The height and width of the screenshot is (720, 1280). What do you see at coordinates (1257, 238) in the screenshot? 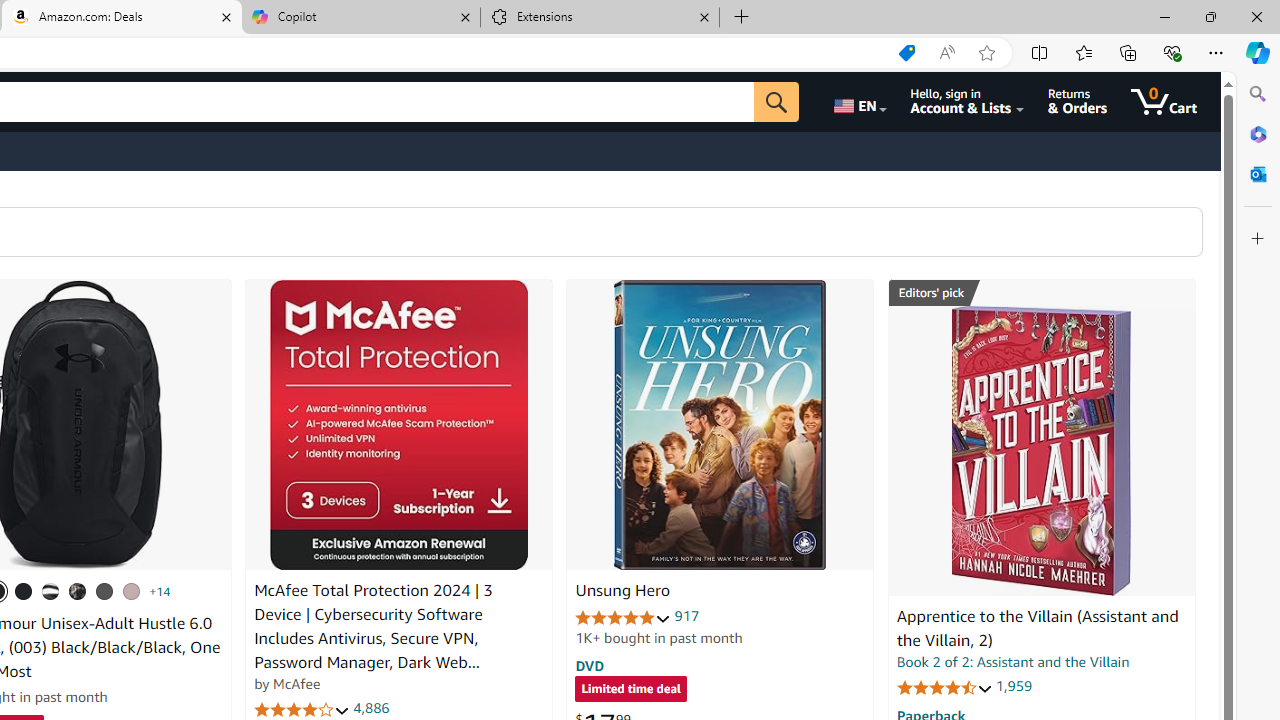
I see `'Customize'` at bounding box center [1257, 238].